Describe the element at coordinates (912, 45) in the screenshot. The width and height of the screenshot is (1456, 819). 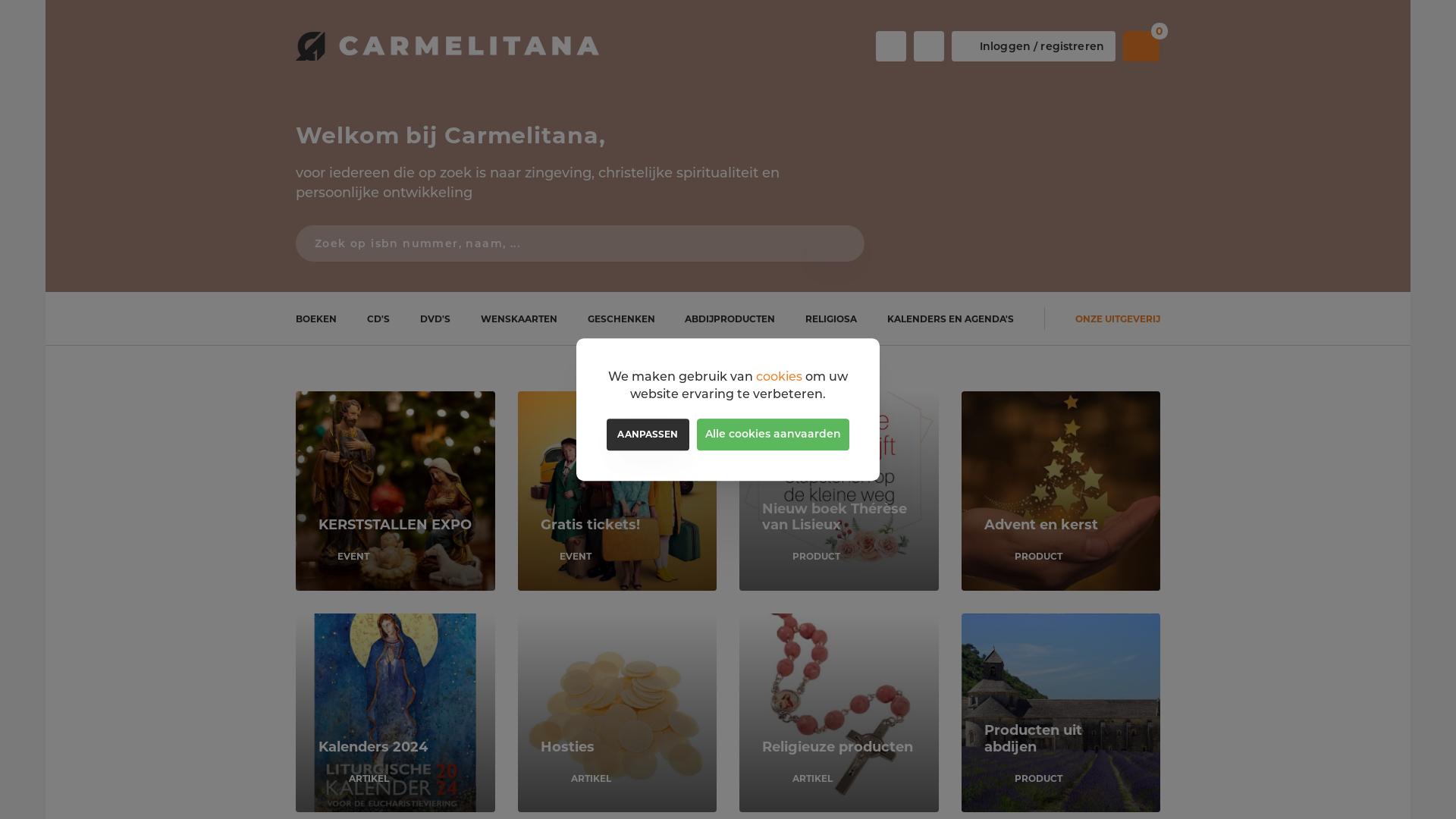
I see `'Volg Carmelitana op Instagram!'` at that location.